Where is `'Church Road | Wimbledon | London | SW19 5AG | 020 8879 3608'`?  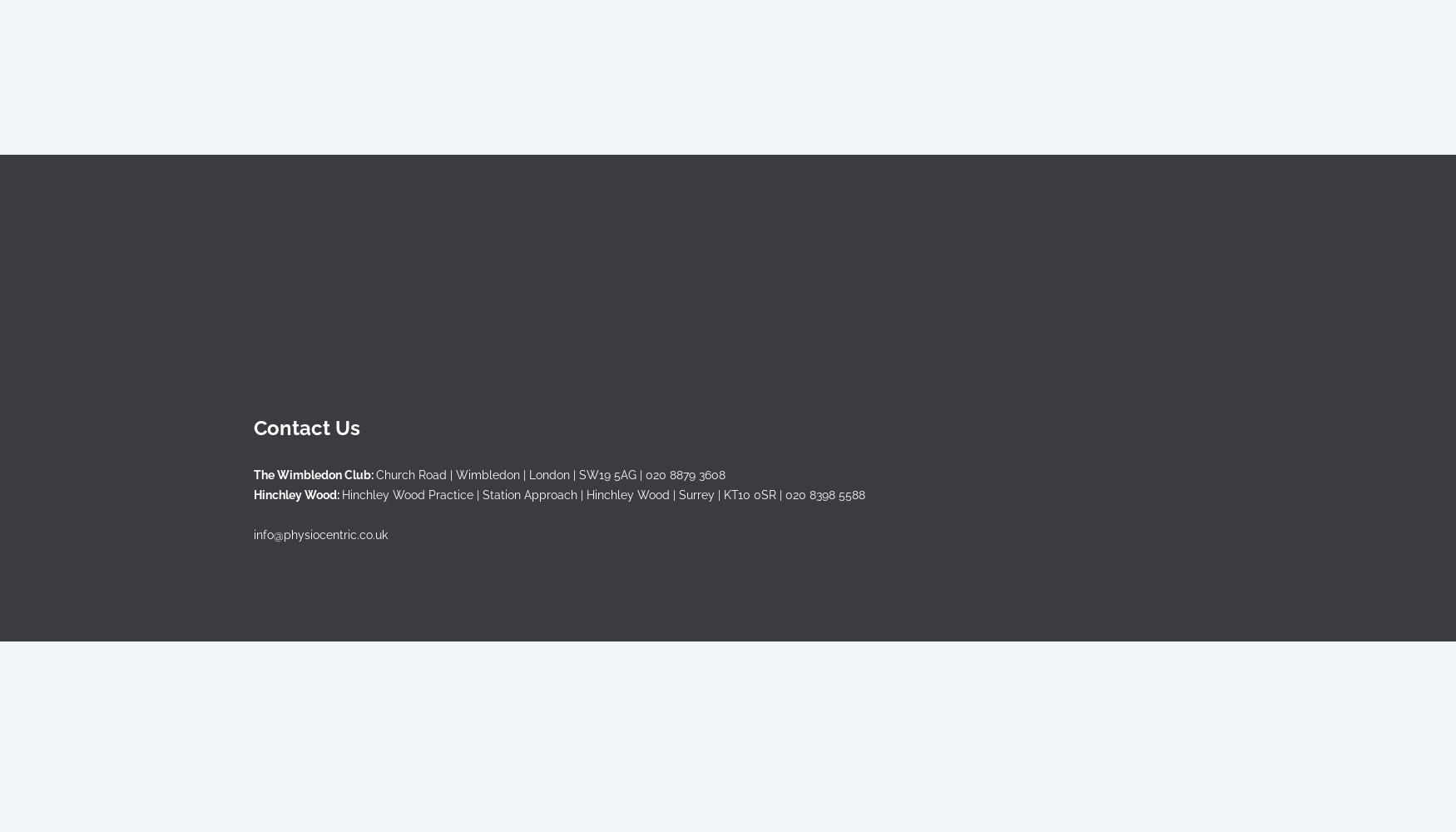
'Church Road | Wimbledon | London | SW19 5AG | 020 8879 3608' is located at coordinates (376, 473).